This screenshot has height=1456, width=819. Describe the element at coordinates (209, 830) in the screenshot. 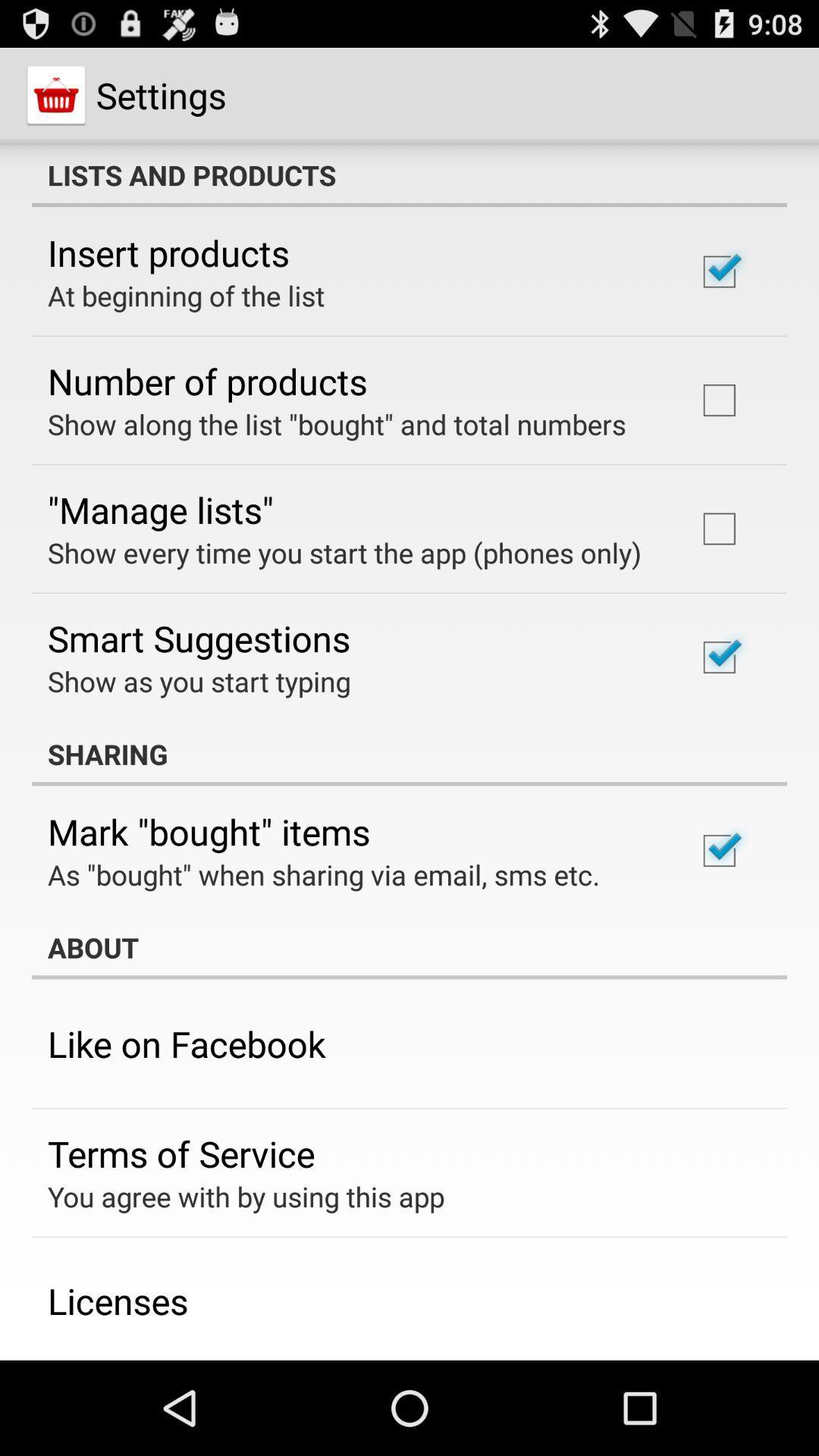

I see `the mark "bought" items` at that location.